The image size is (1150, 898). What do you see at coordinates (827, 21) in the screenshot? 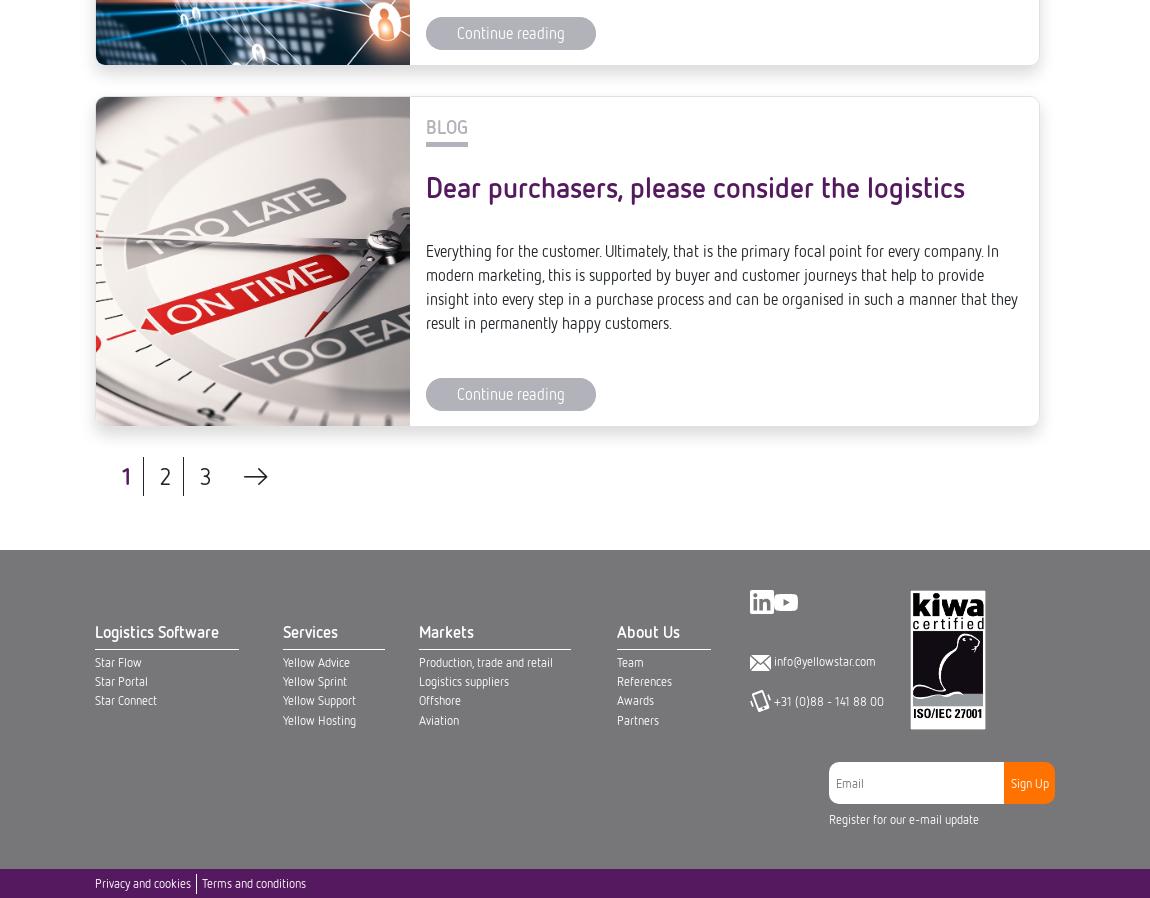
I see `'+31 (0)88 - 141 88 00'` at bounding box center [827, 21].